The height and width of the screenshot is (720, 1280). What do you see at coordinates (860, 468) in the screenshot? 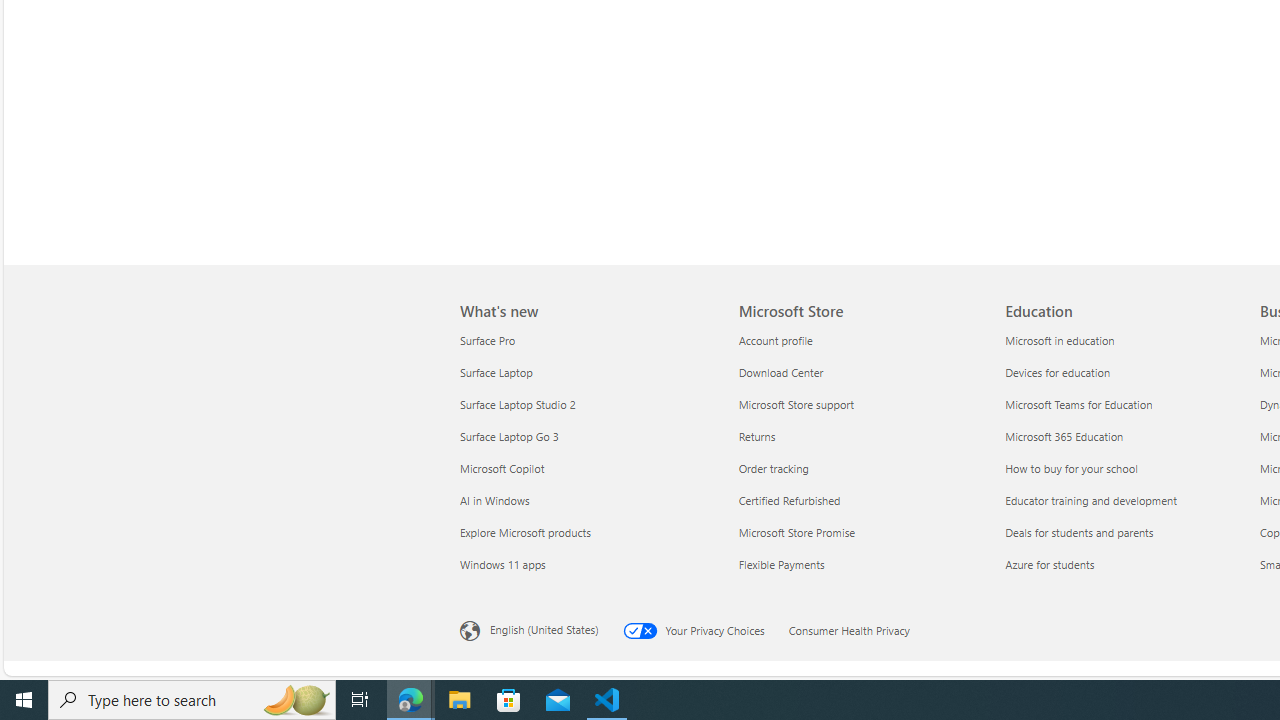
I see `'Order tracking'` at bounding box center [860, 468].